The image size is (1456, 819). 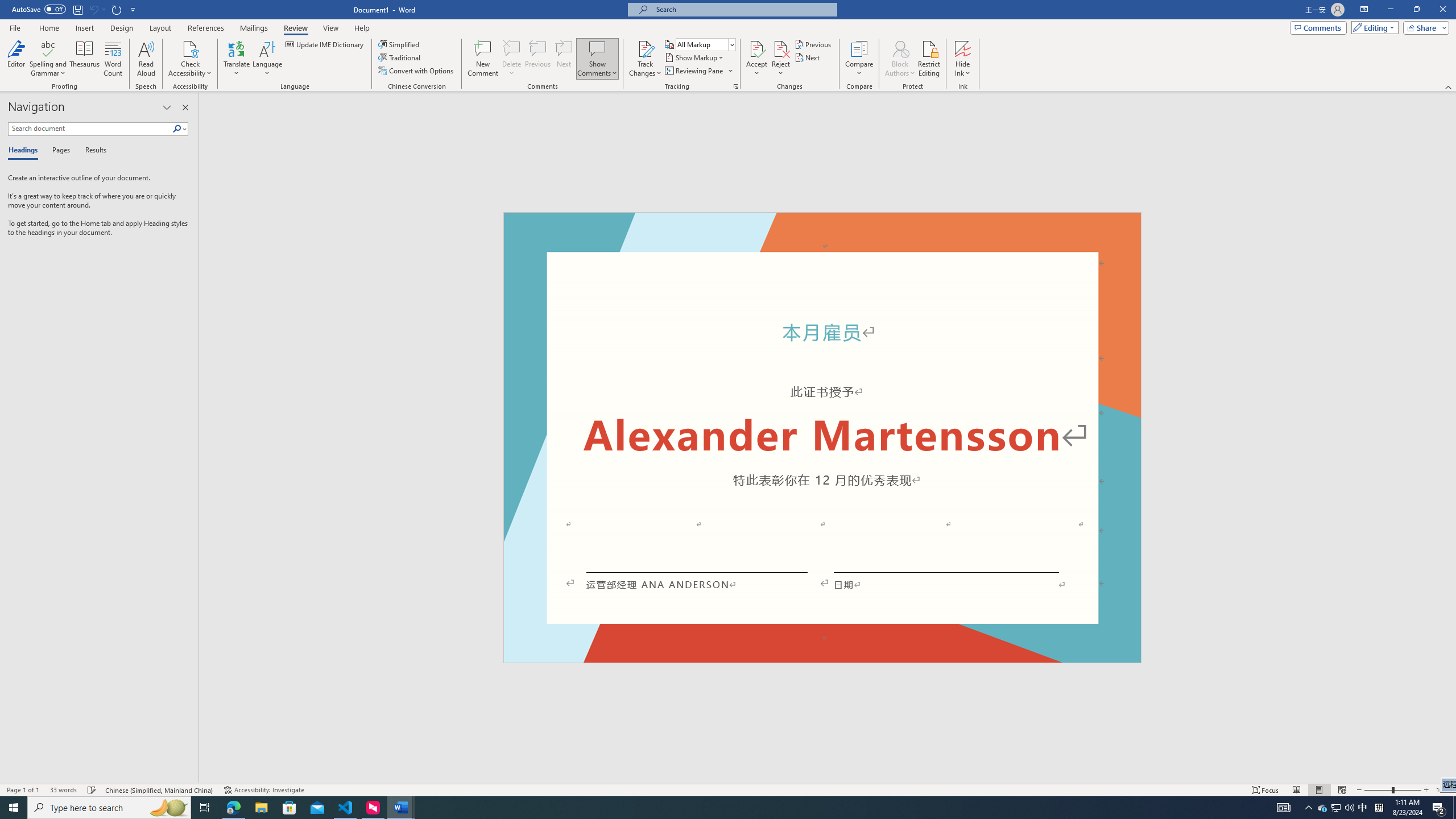 I want to click on 'Hide Ink', so click(x=962, y=48).